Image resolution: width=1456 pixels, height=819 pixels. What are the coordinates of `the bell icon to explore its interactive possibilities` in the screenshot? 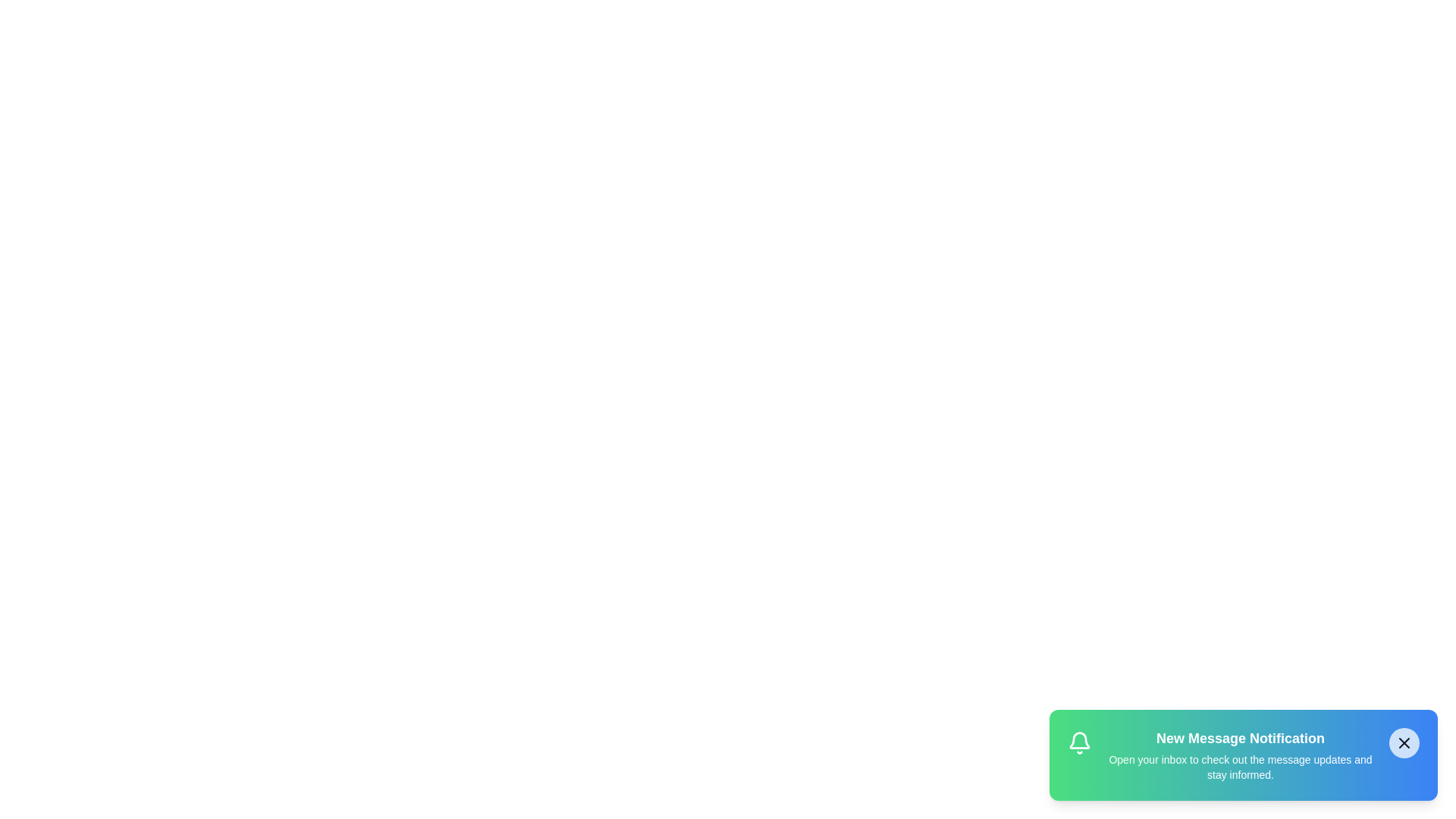 It's located at (1079, 742).